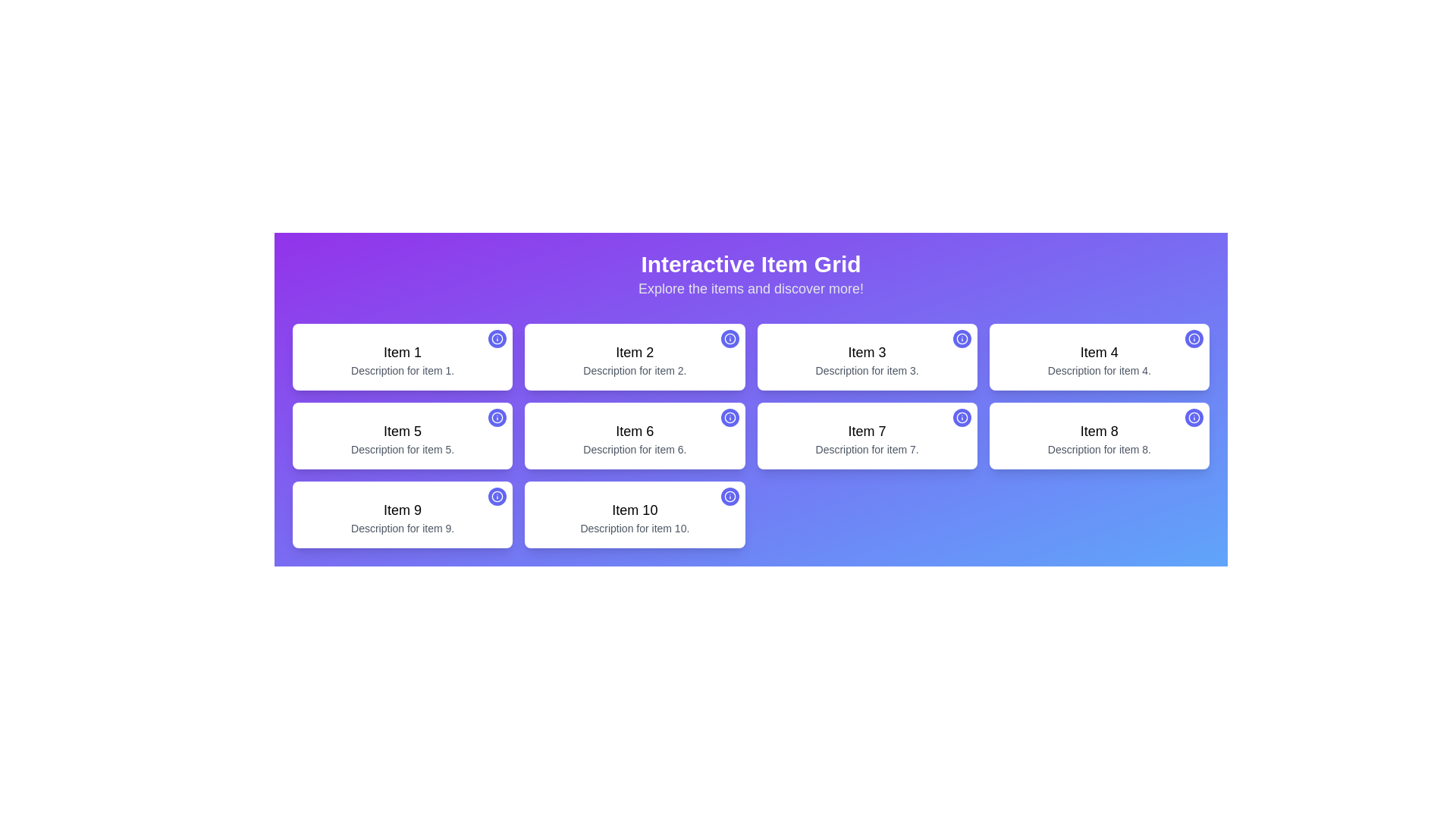  What do you see at coordinates (961, 338) in the screenshot?
I see `the circular icon with a blue border and transparent center, which is the third icon in the grid representing 'Item 3'` at bounding box center [961, 338].